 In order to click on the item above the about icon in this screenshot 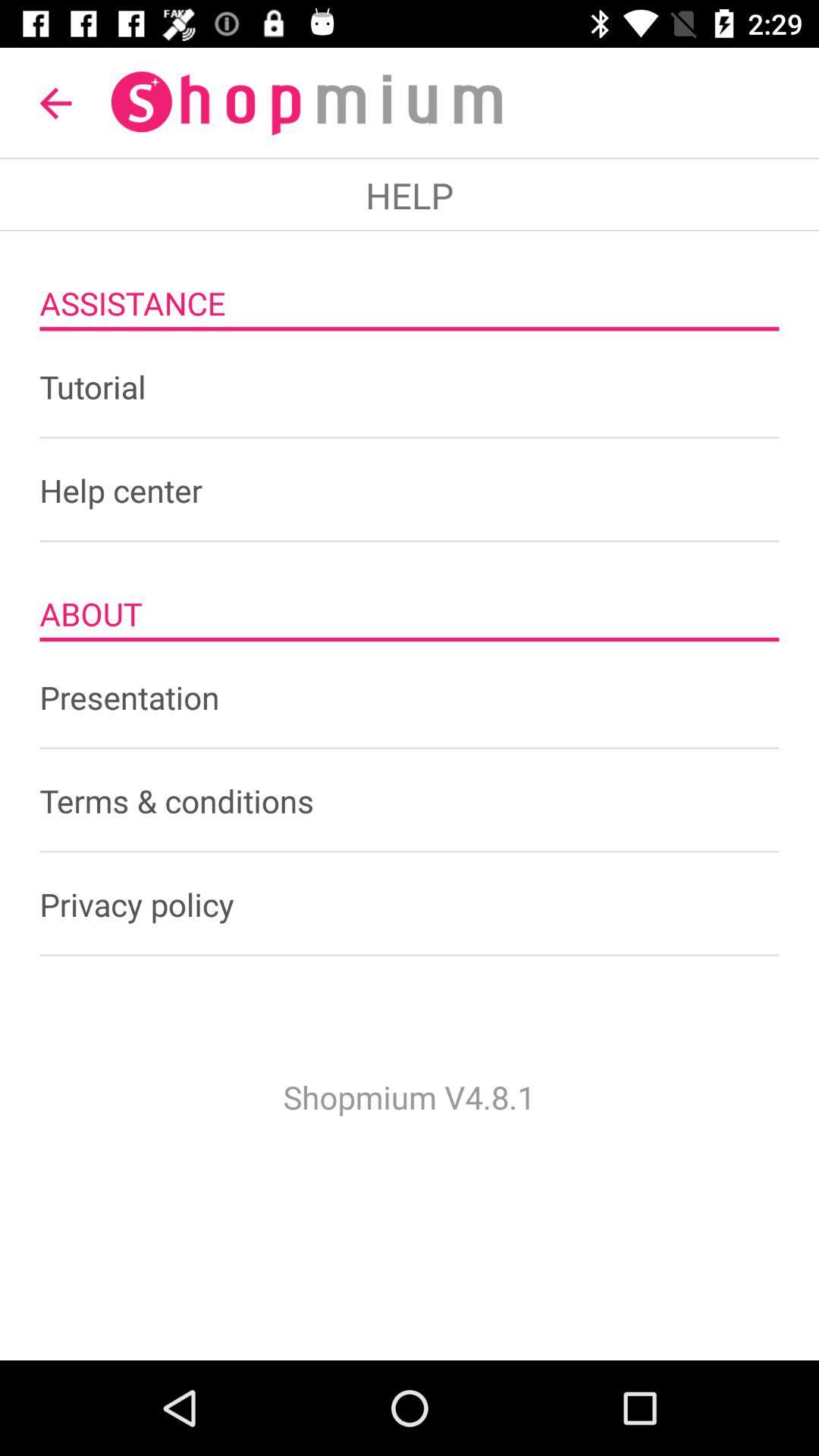, I will do `click(409, 490)`.